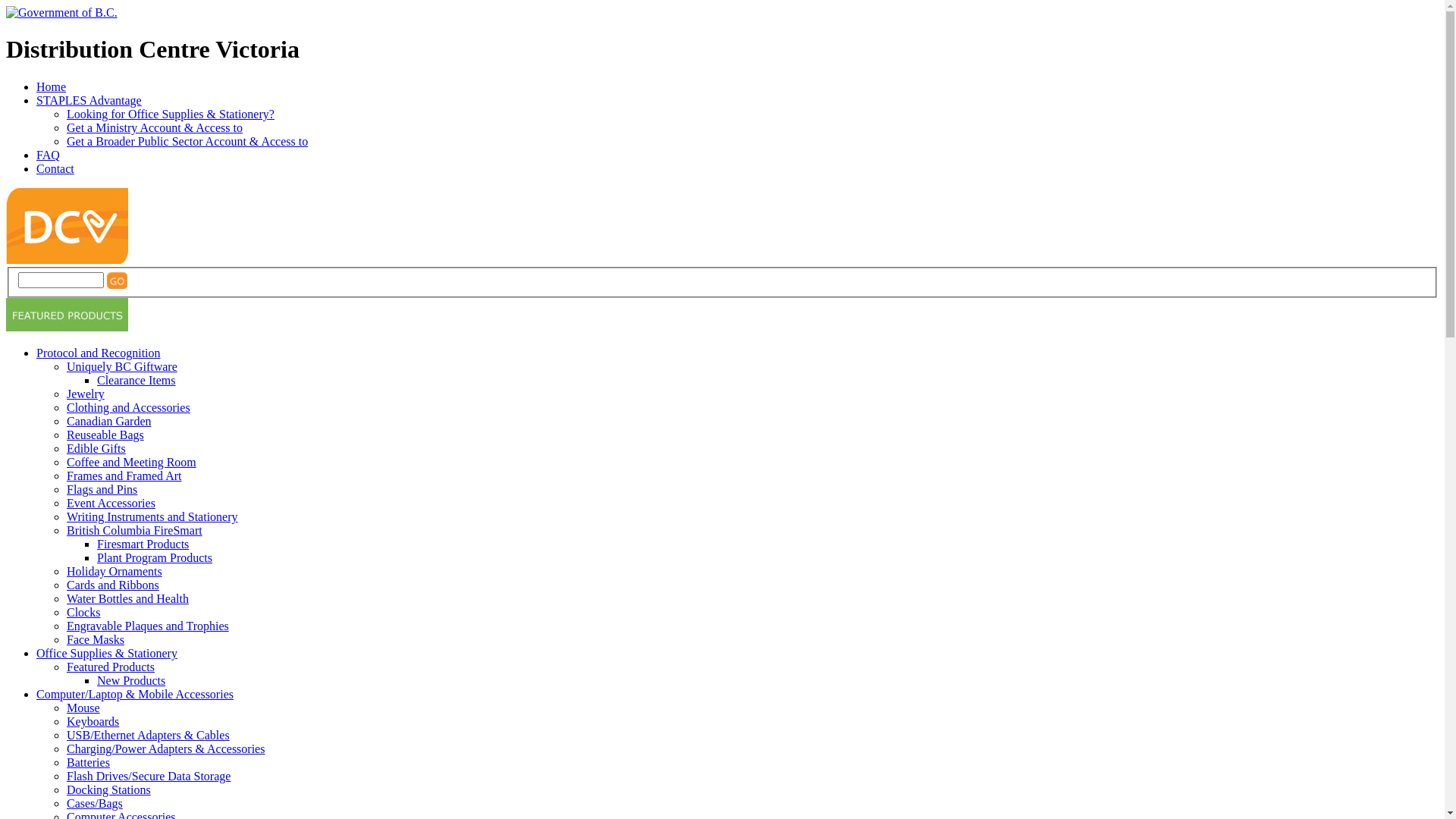 The height and width of the screenshot is (819, 1456). I want to click on 'Clocks', so click(65, 611).